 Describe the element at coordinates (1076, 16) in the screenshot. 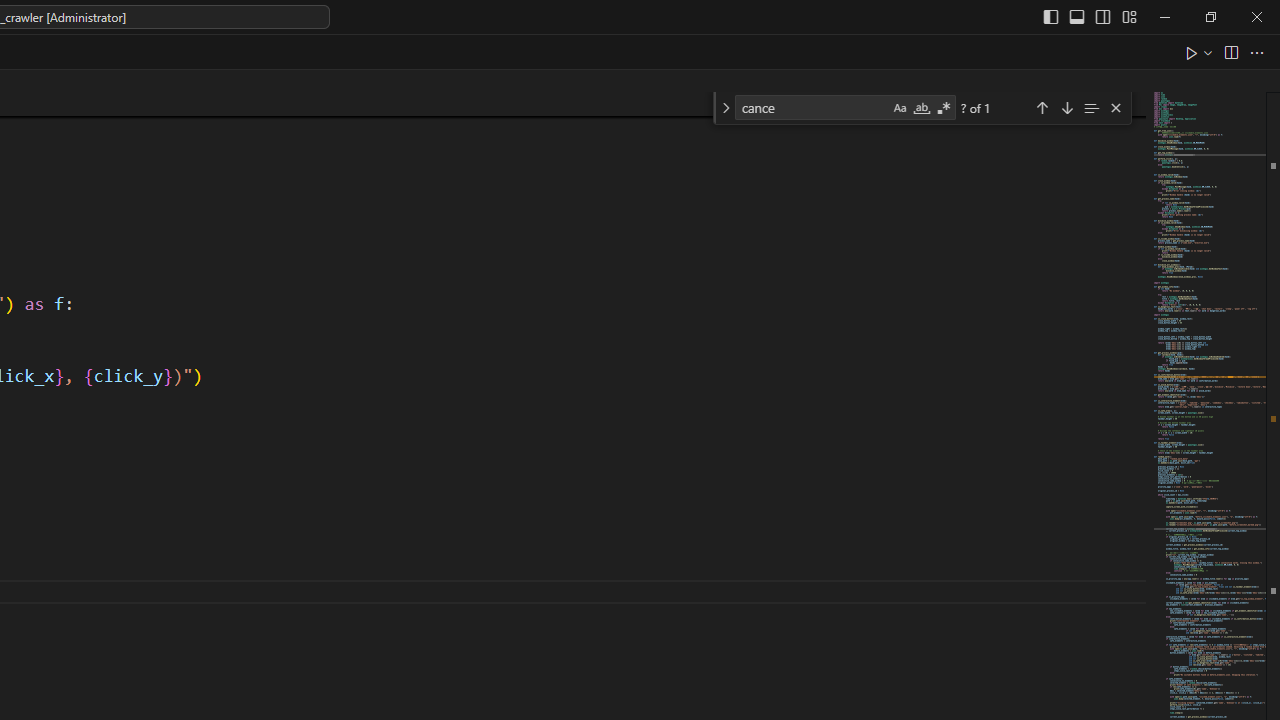

I see `'Toggle Panel (Ctrl+J)'` at that location.